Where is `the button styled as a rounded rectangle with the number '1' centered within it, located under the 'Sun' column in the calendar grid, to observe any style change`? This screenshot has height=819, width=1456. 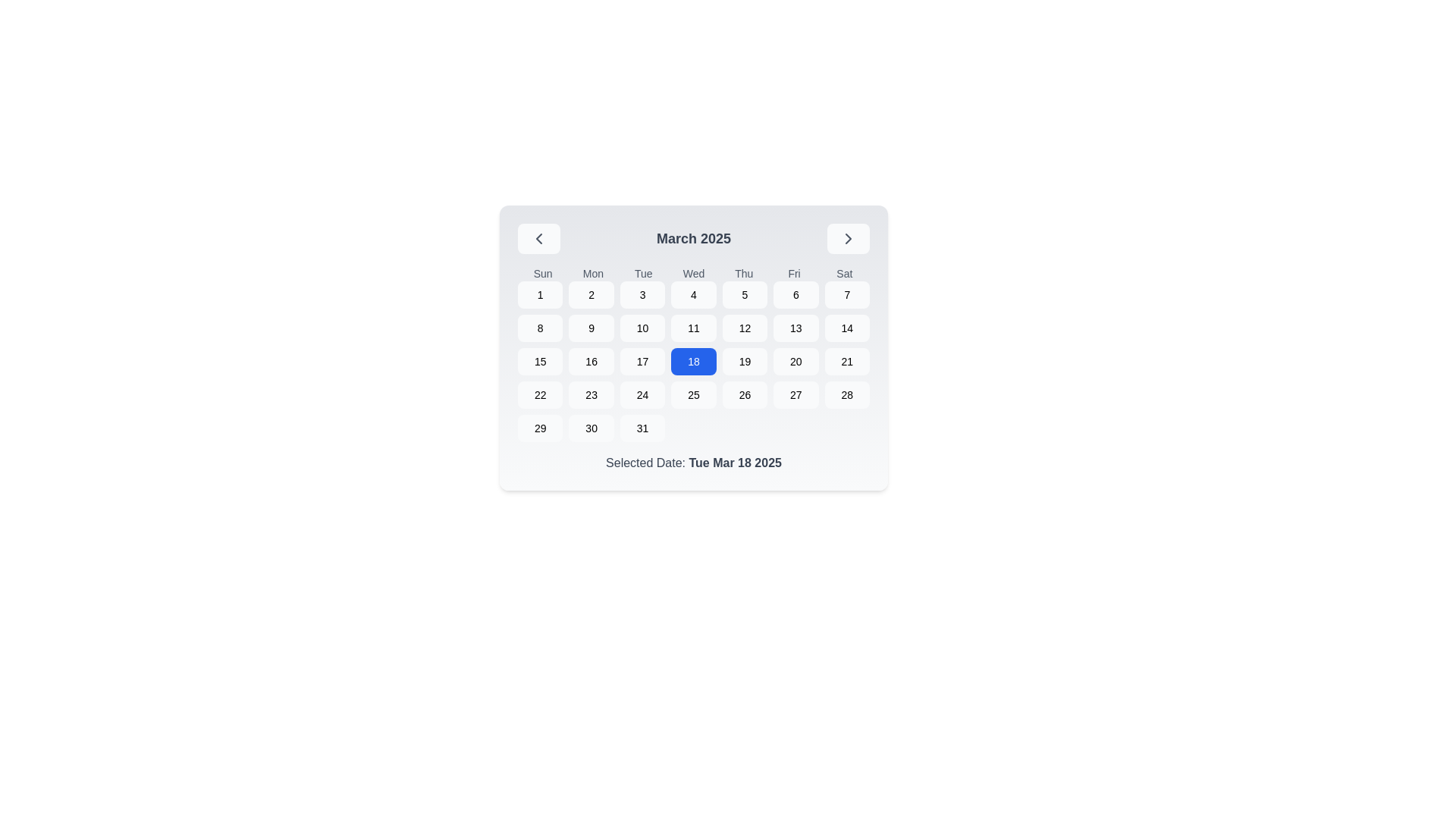 the button styled as a rounded rectangle with the number '1' centered within it, located under the 'Sun' column in the calendar grid, to observe any style change is located at coordinates (540, 295).